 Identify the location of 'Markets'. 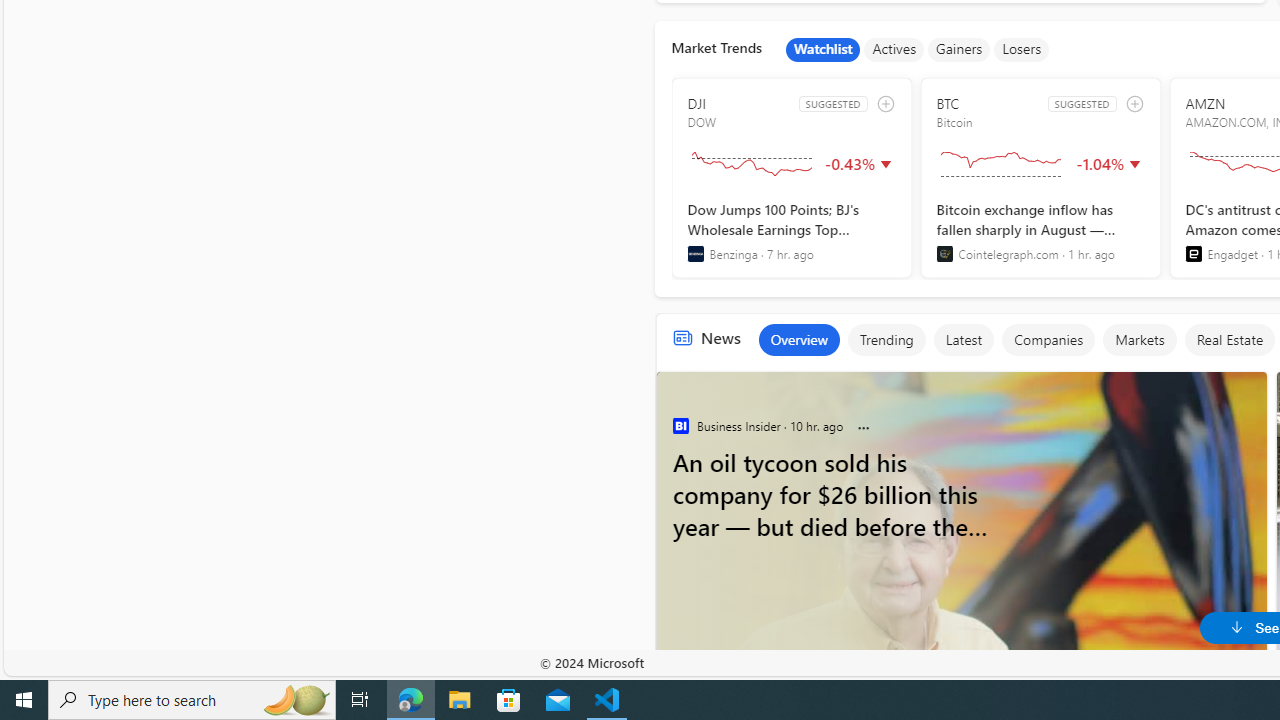
(1139, 338).